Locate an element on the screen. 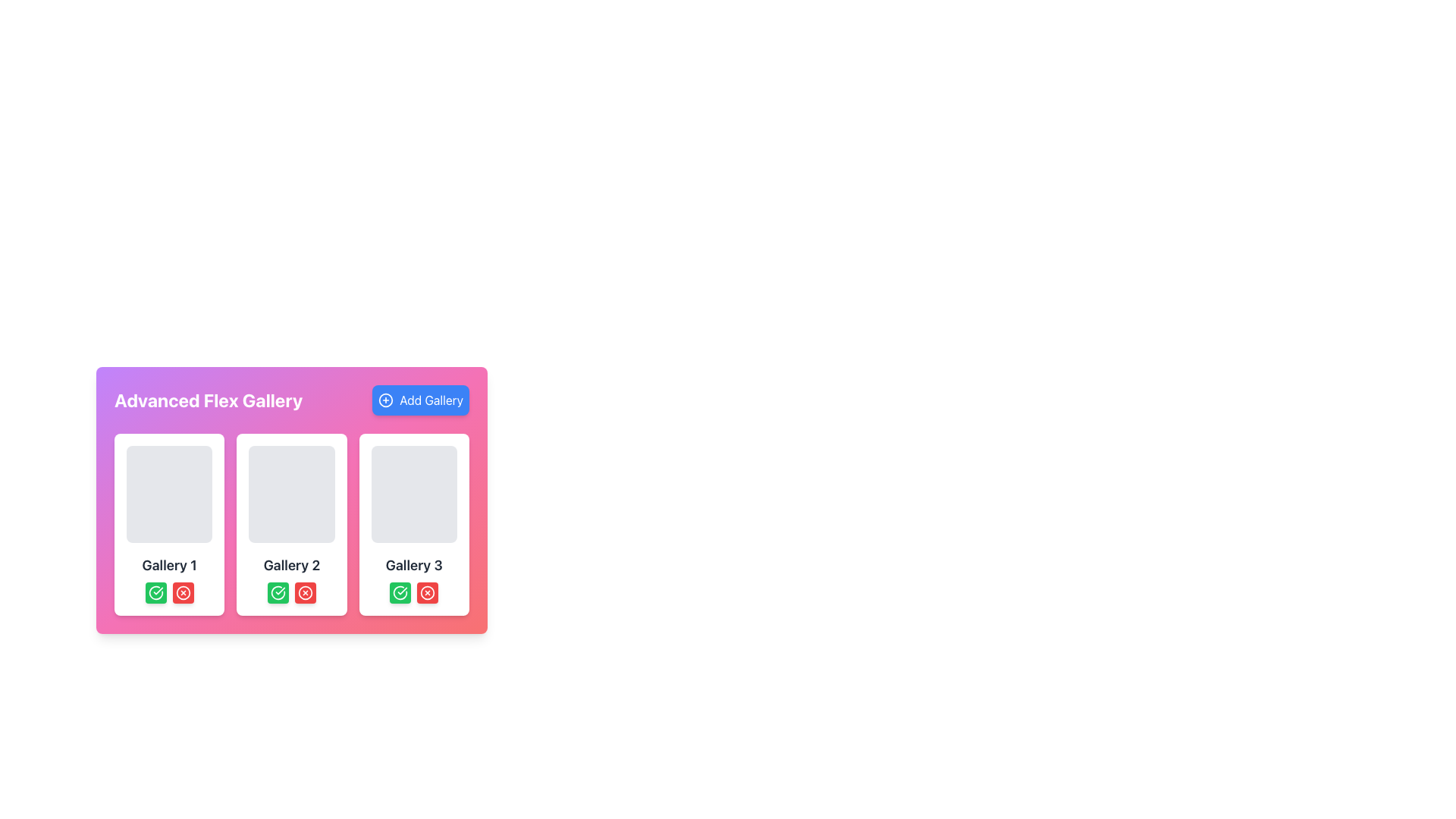  the delete button located at the bottom-right corner of the 'Gallery 3' card is located at coordinates (427, 592).